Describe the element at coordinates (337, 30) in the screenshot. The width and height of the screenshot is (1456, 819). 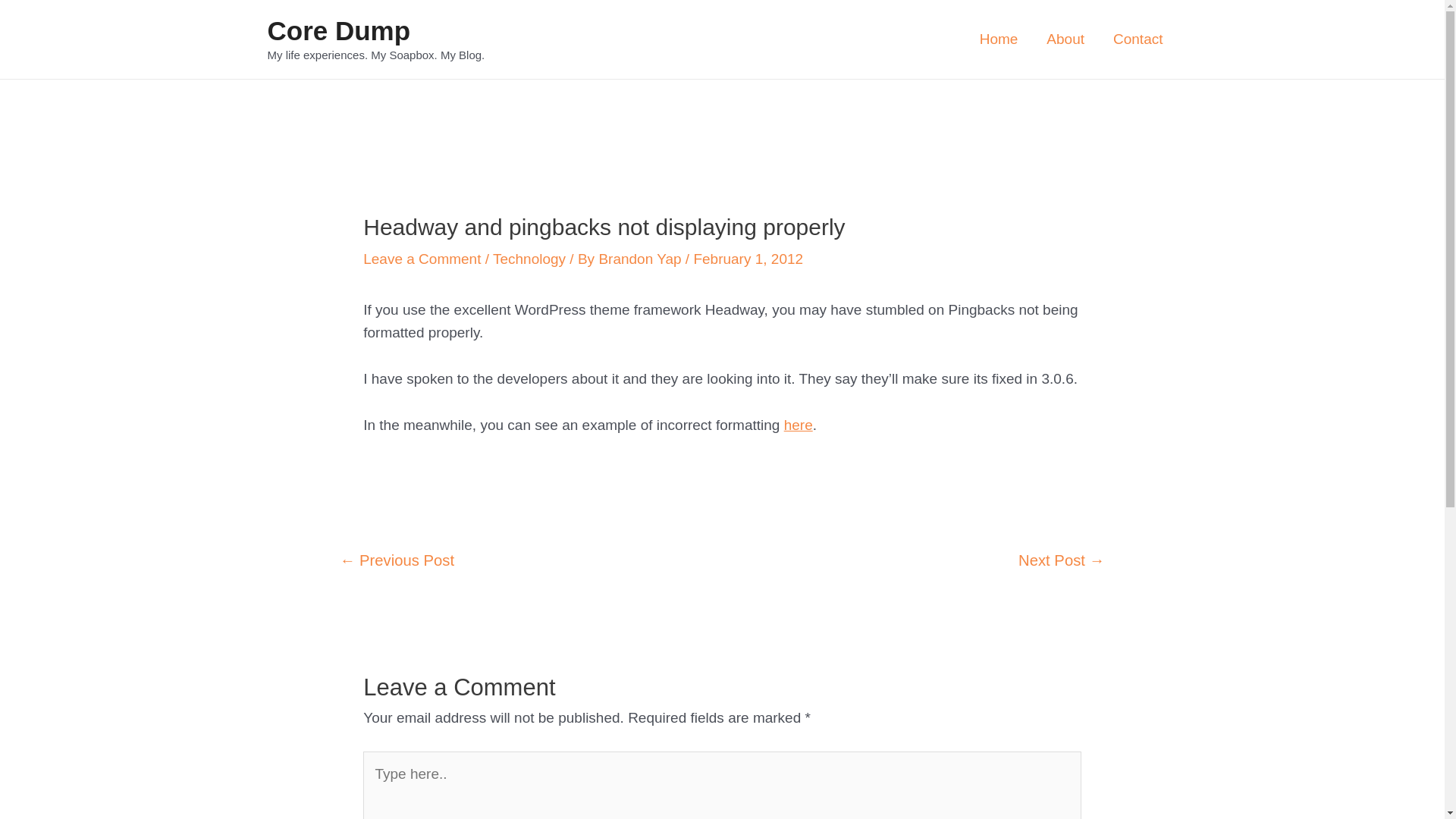
I see `'Core Dump'` at that location.